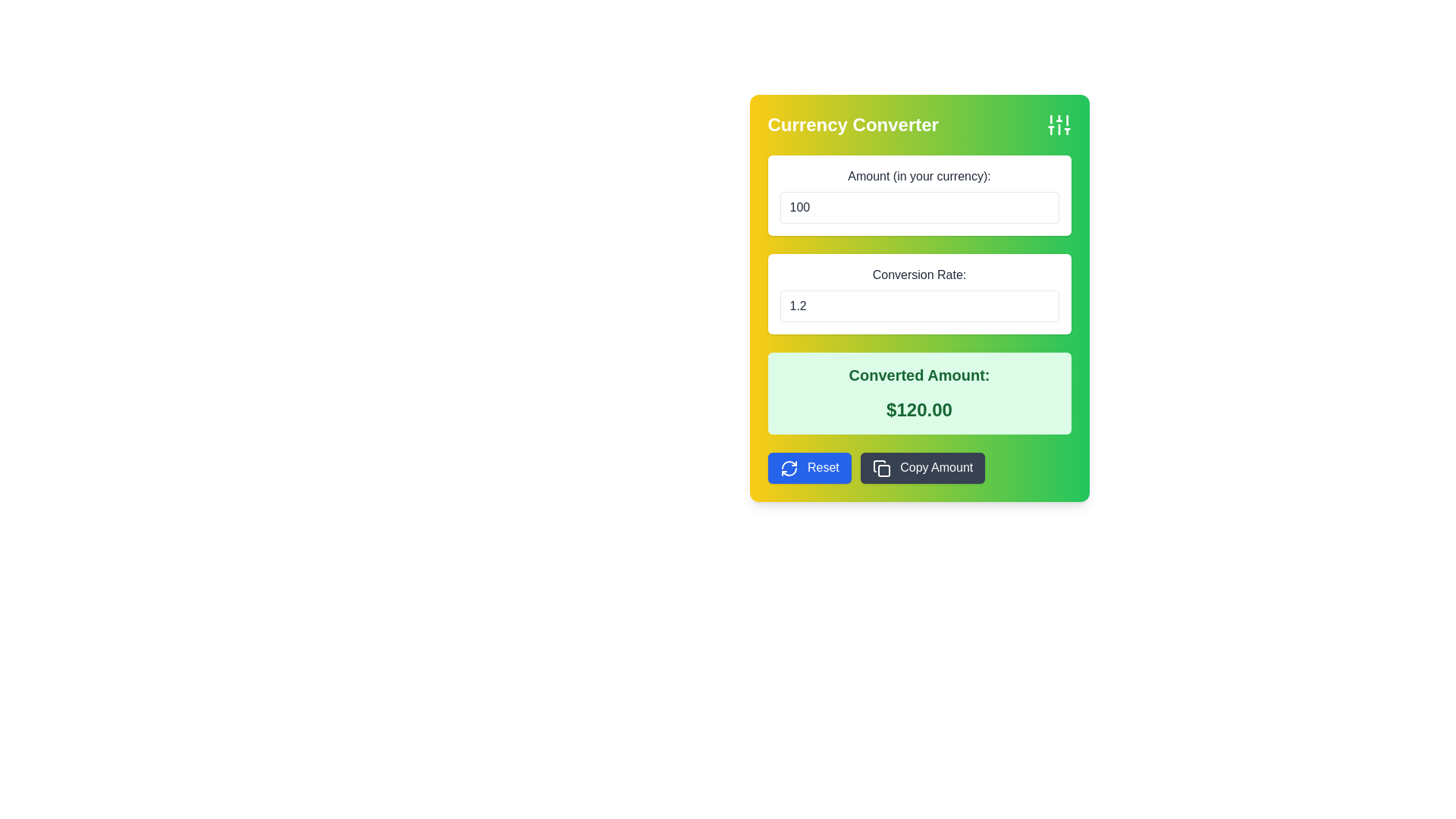 This screenshot has height=819, width=1456. What do you see at coordinates (922, 467) in the screenshot?
I see `the second button in the 'Currency Converter' panel` at bounding box center [922, 467].